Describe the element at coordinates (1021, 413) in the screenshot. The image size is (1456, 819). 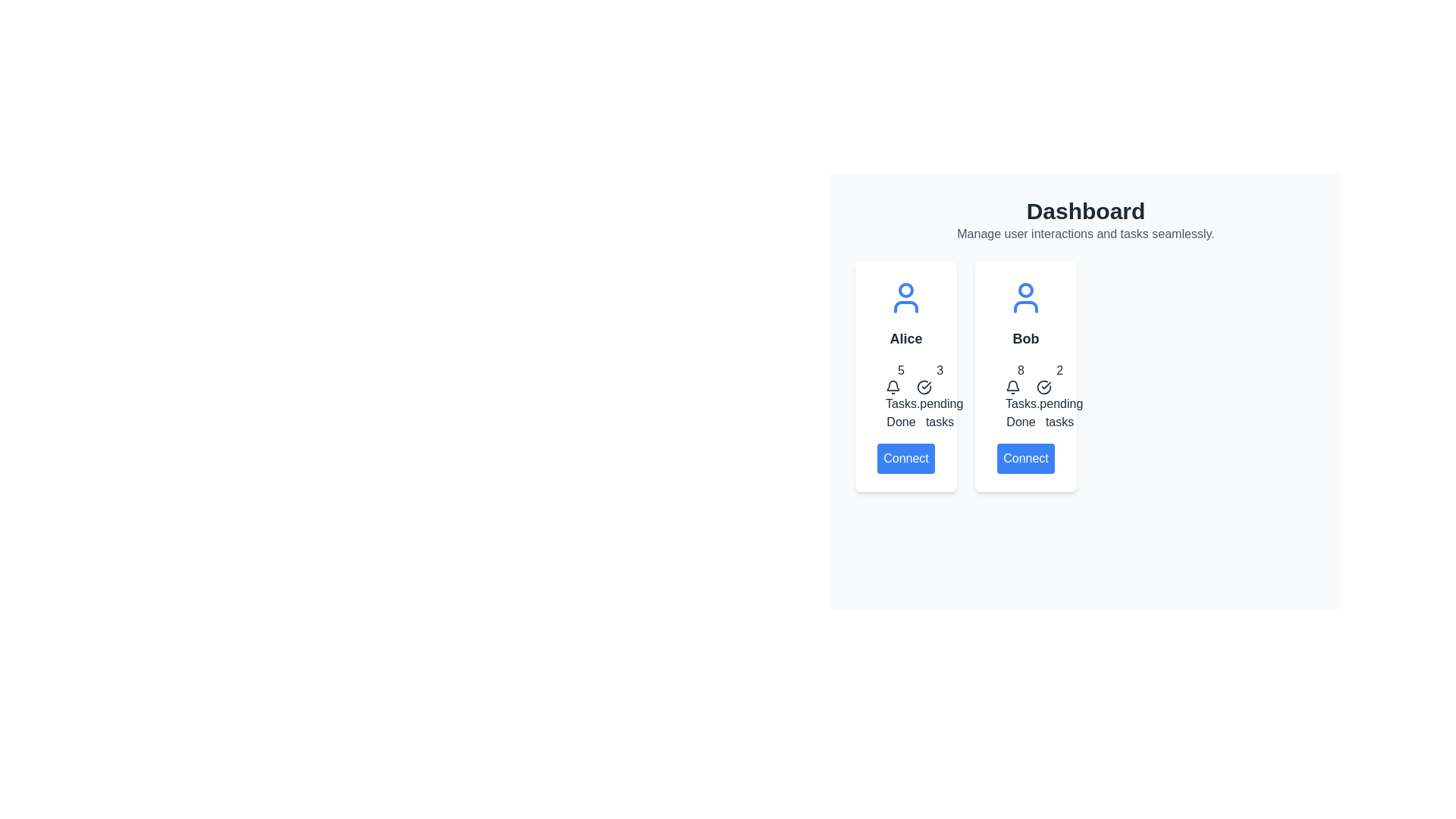
I see `properties of the 'Tasks Done' label text located in the second card titled 'Bob', which is positioned below an icon and the number '8', and above 'pending tasks'` at that location.